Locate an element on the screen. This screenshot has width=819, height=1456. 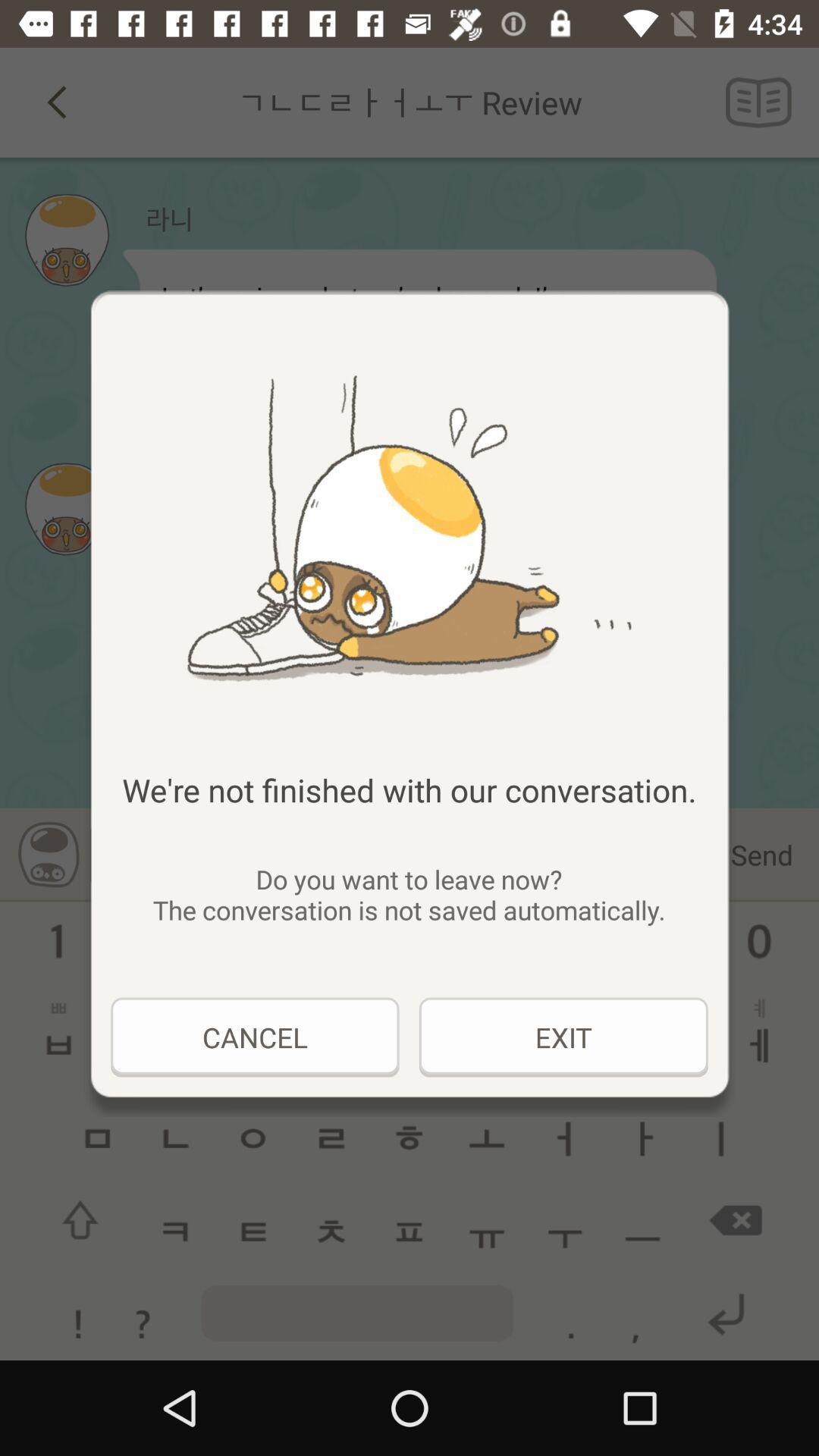
the exit at the bottom right corner is located at coordinates (563, 1037).